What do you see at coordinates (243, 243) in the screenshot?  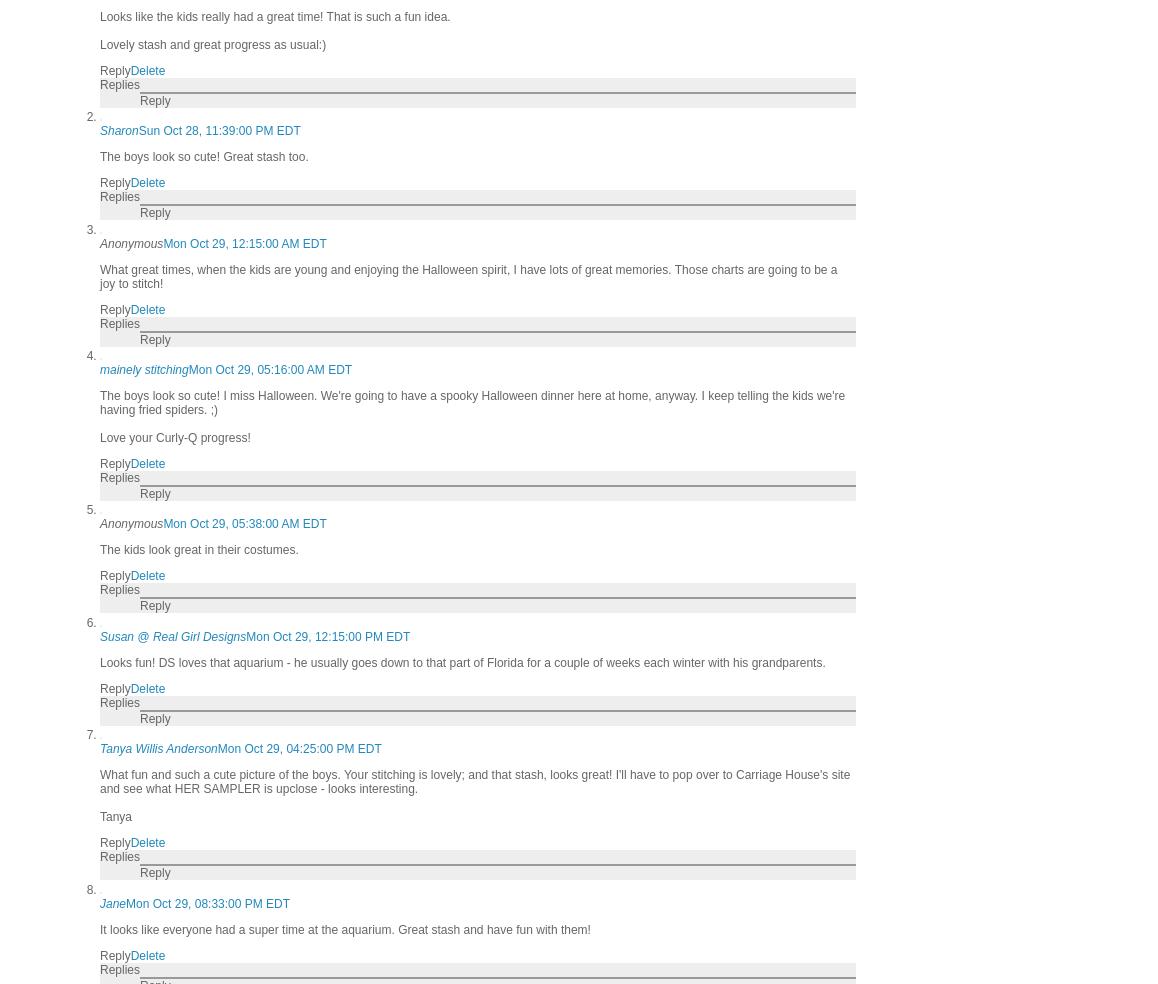 I see `'Mon Oct 29, 12:15:00 AM EDT'` at bounding box center [243, 243].